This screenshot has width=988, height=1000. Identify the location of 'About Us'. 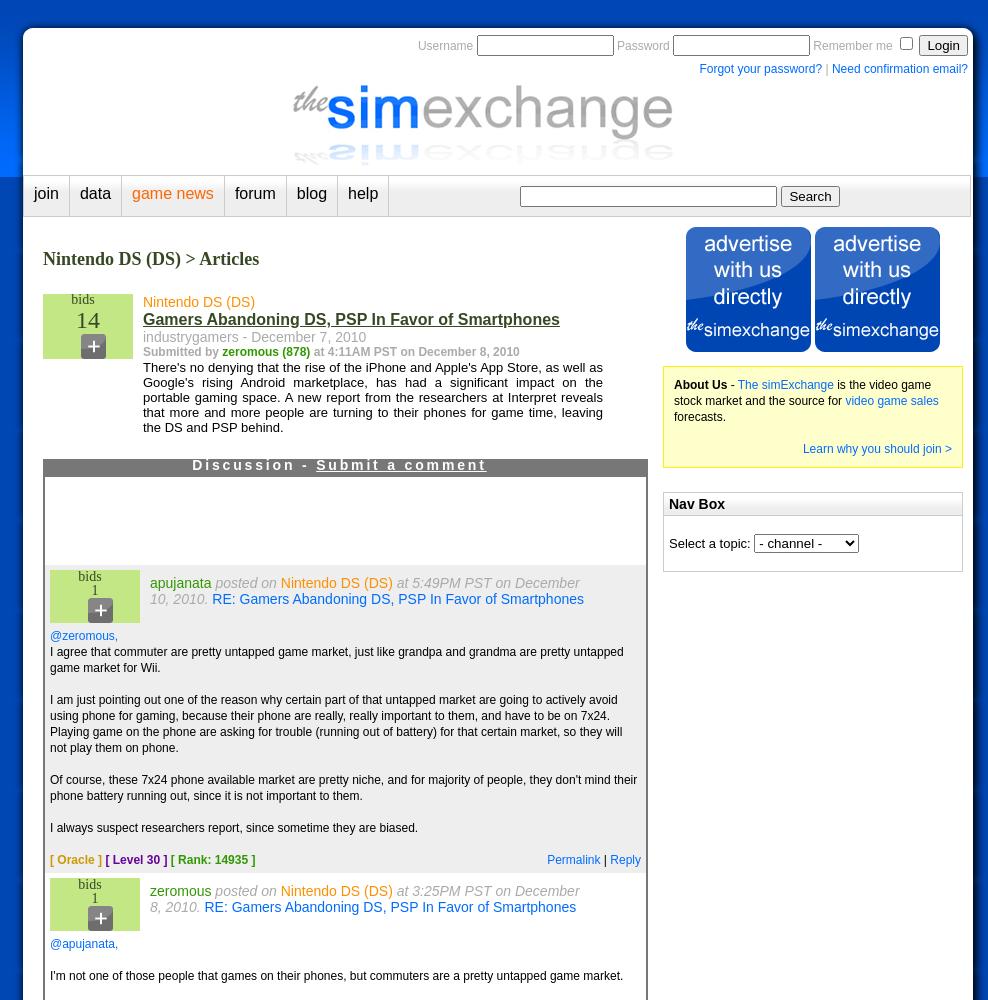
(700, 385).